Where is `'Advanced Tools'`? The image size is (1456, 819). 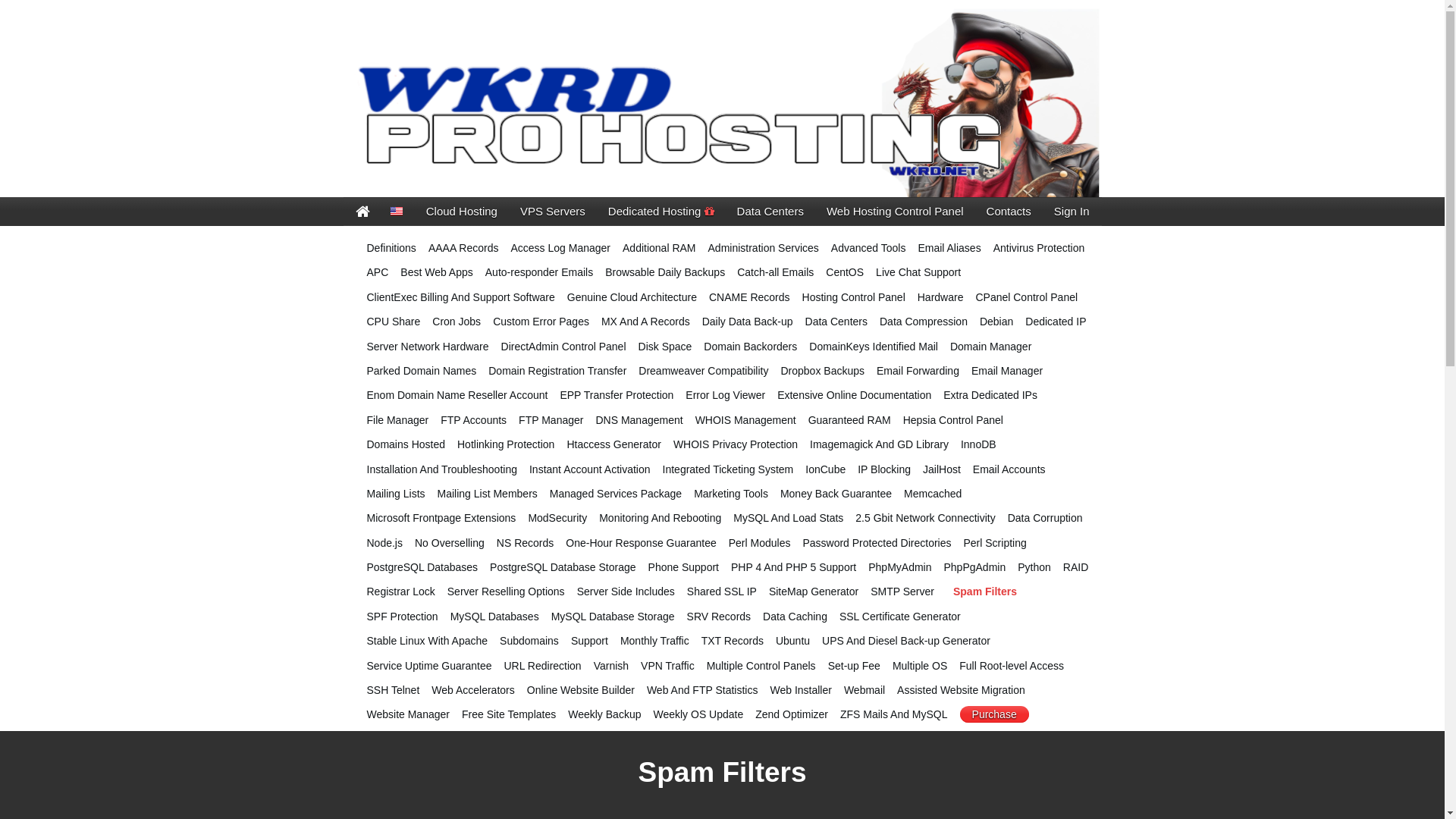
'Advanced Tools' is located at coordinates (868, 247).